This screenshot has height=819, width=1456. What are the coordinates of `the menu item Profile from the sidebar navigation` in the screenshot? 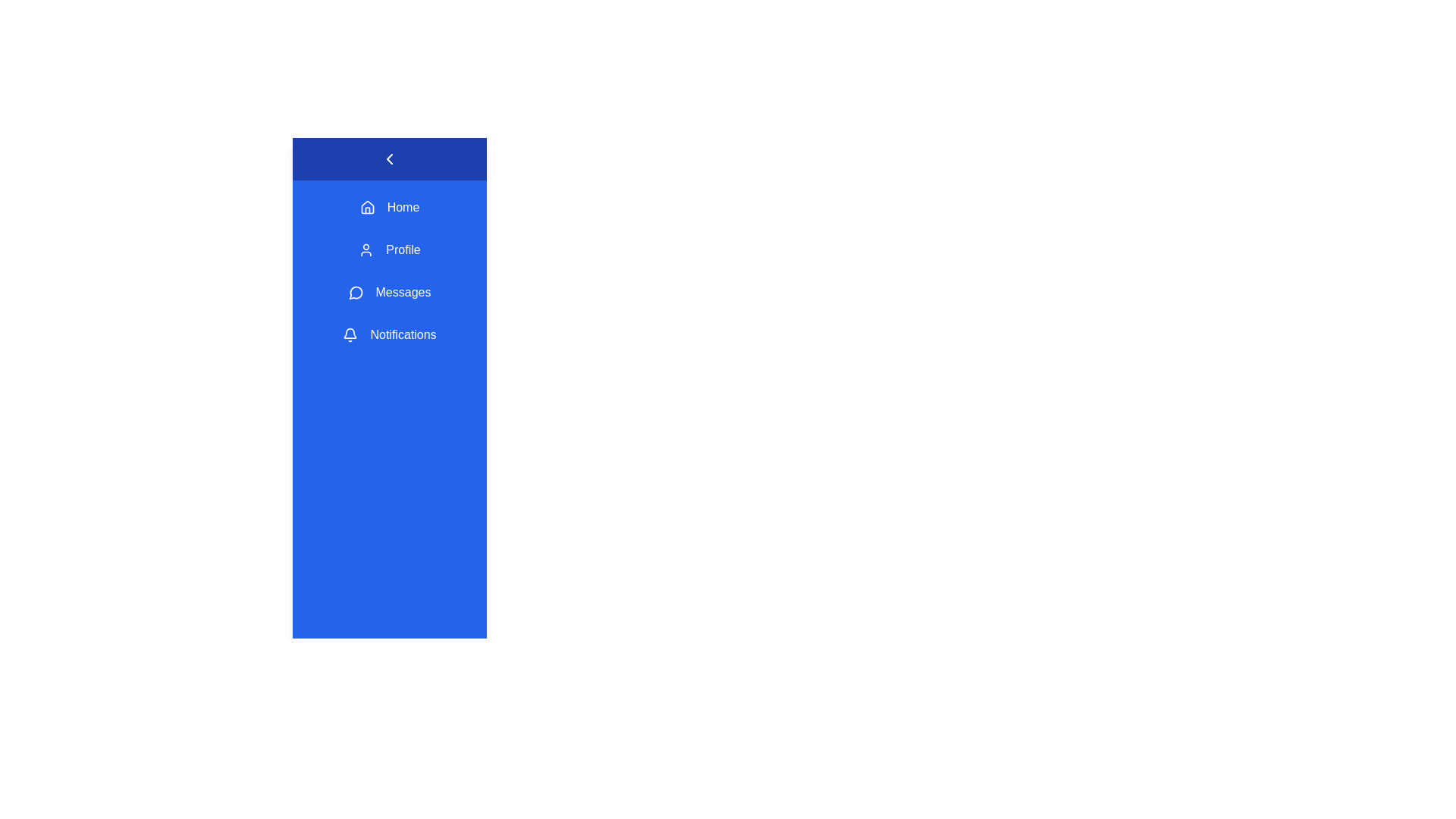 It's located at (389, 249).